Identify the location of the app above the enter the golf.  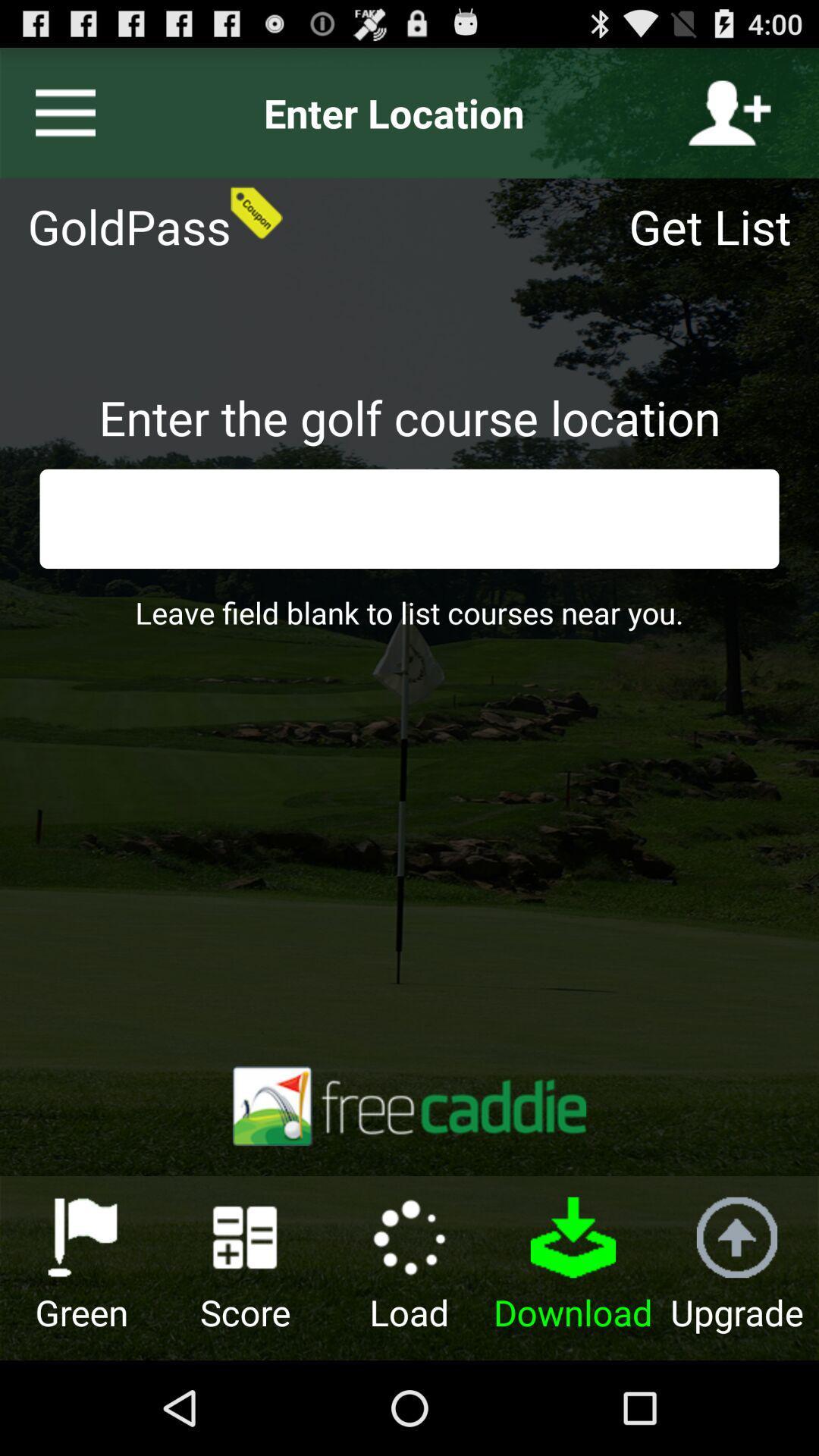
(719, 225).